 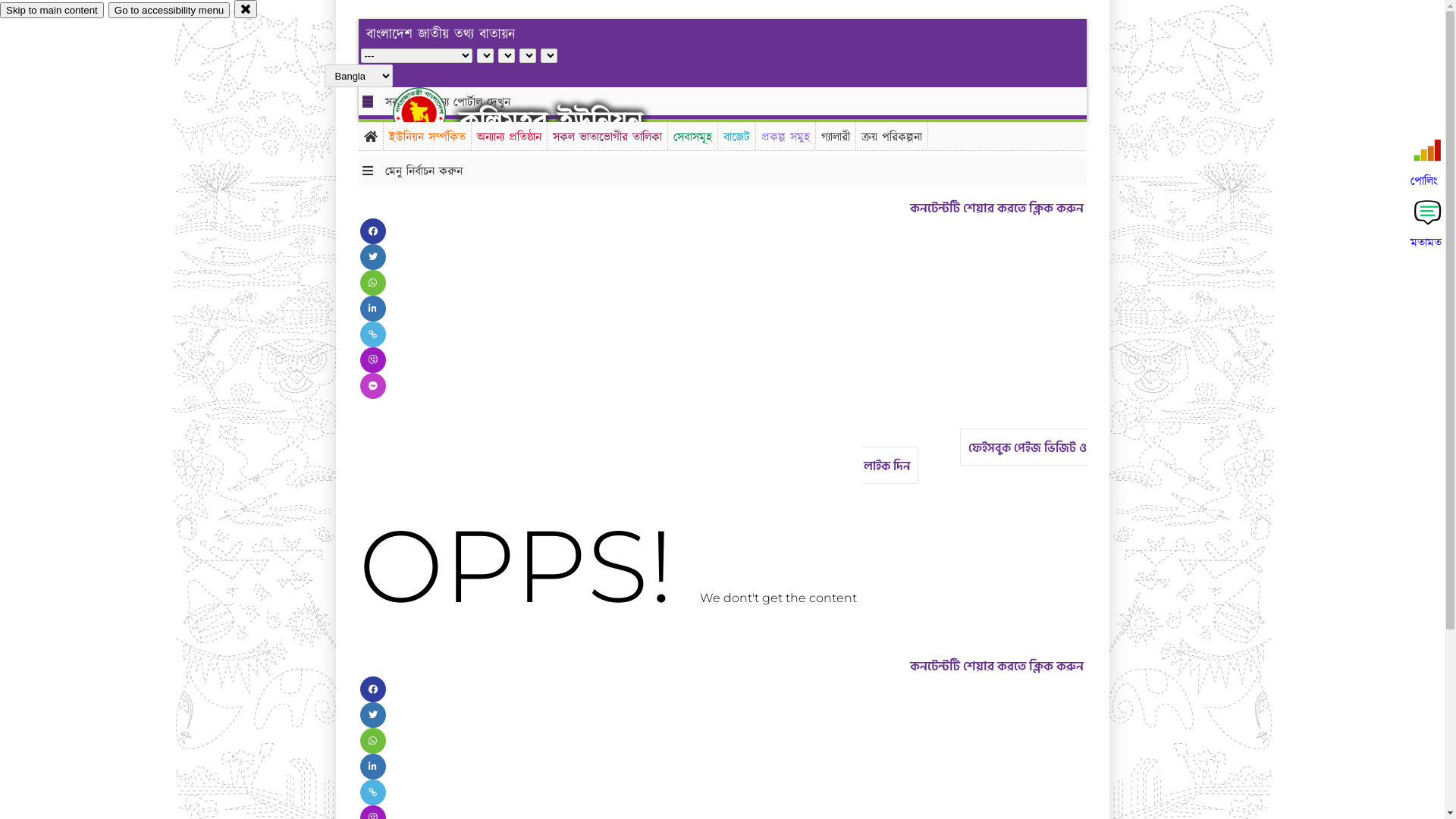 What do you see at coordinates (246, 8) in the screenshot?
I see `'close'` at bounding box center [246, 8].